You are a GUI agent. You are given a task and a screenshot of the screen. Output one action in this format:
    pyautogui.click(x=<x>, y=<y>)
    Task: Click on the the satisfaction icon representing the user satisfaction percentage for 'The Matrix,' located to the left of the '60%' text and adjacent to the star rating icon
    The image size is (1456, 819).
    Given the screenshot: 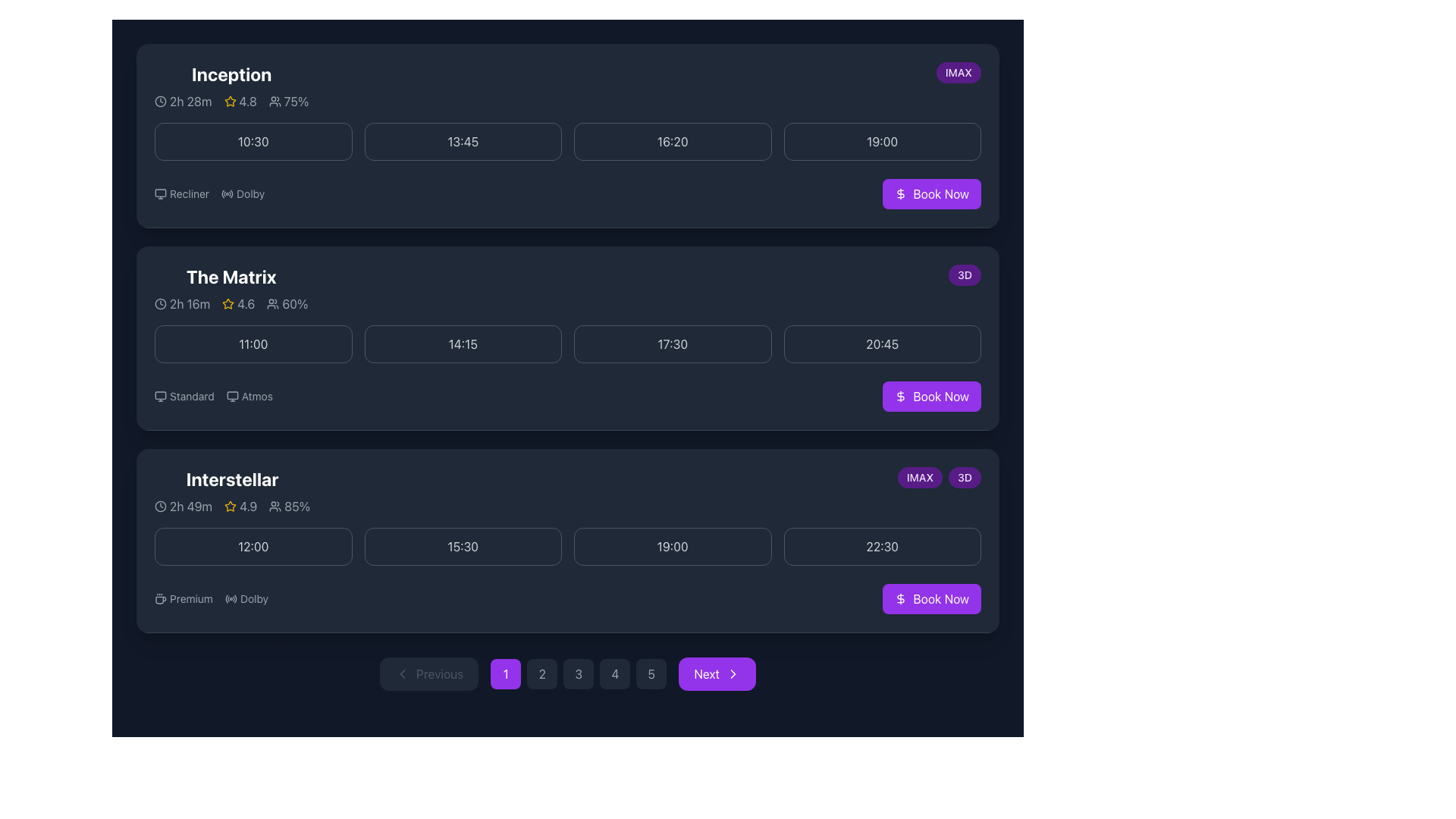 What is the action you would take?
    pyautogui.click(x=273, y=304)
    